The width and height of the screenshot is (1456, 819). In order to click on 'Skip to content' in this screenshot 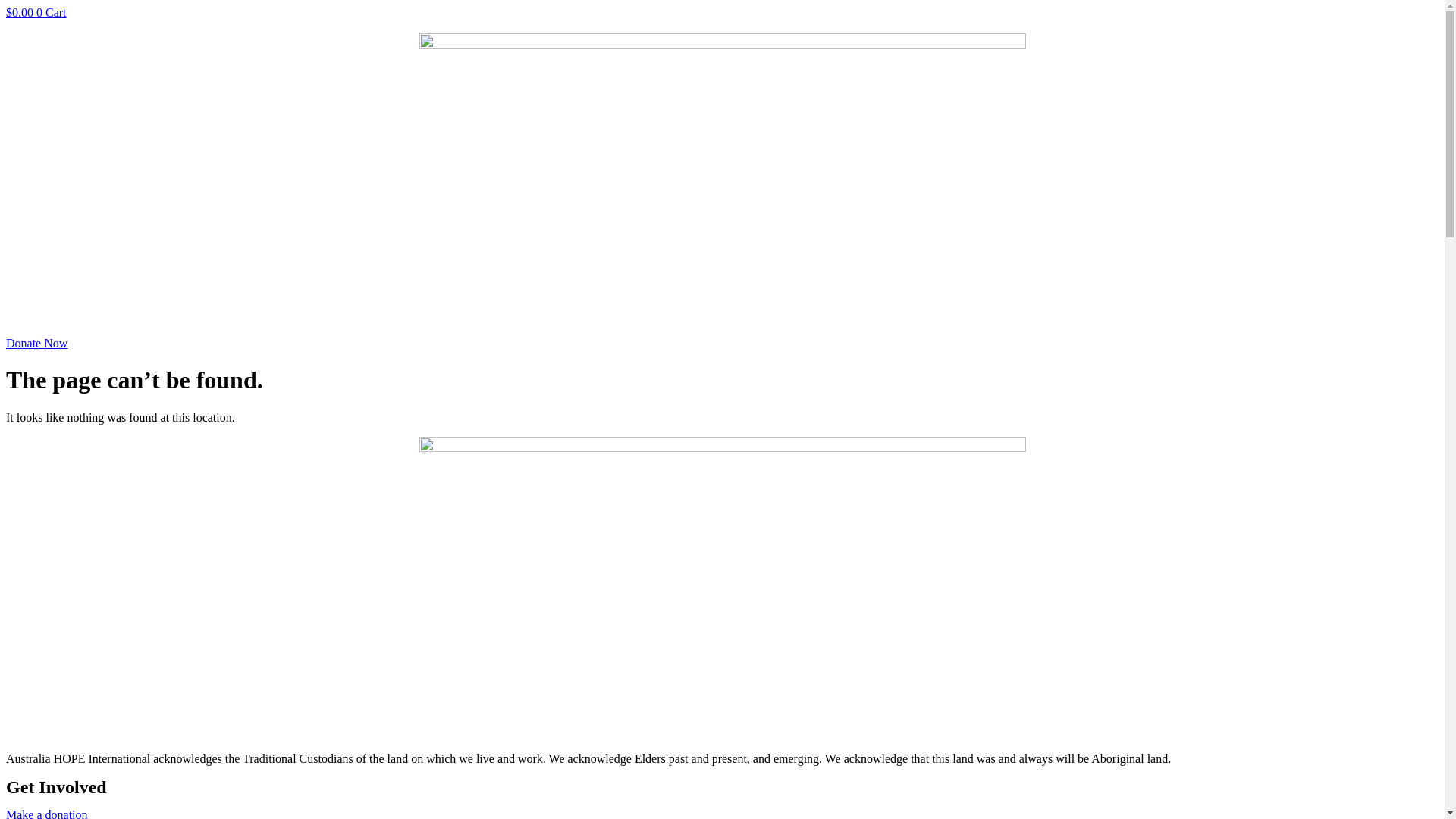, I will do `click(5, 5)`.